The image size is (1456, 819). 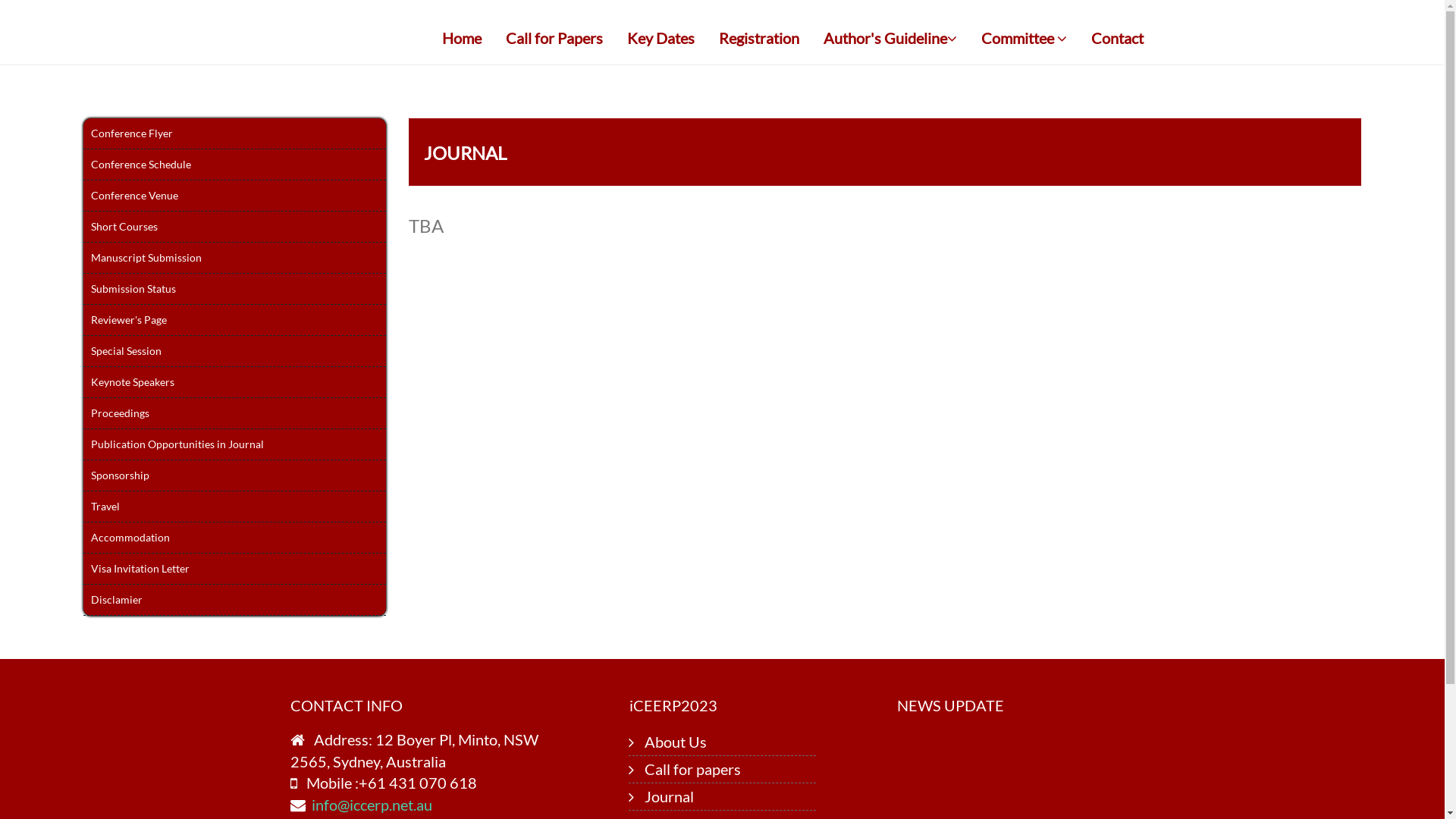 What do you see at coordinates (661, 37) in the screenshot?
I see `'Key Dates'` at bounding box center [661, 37].